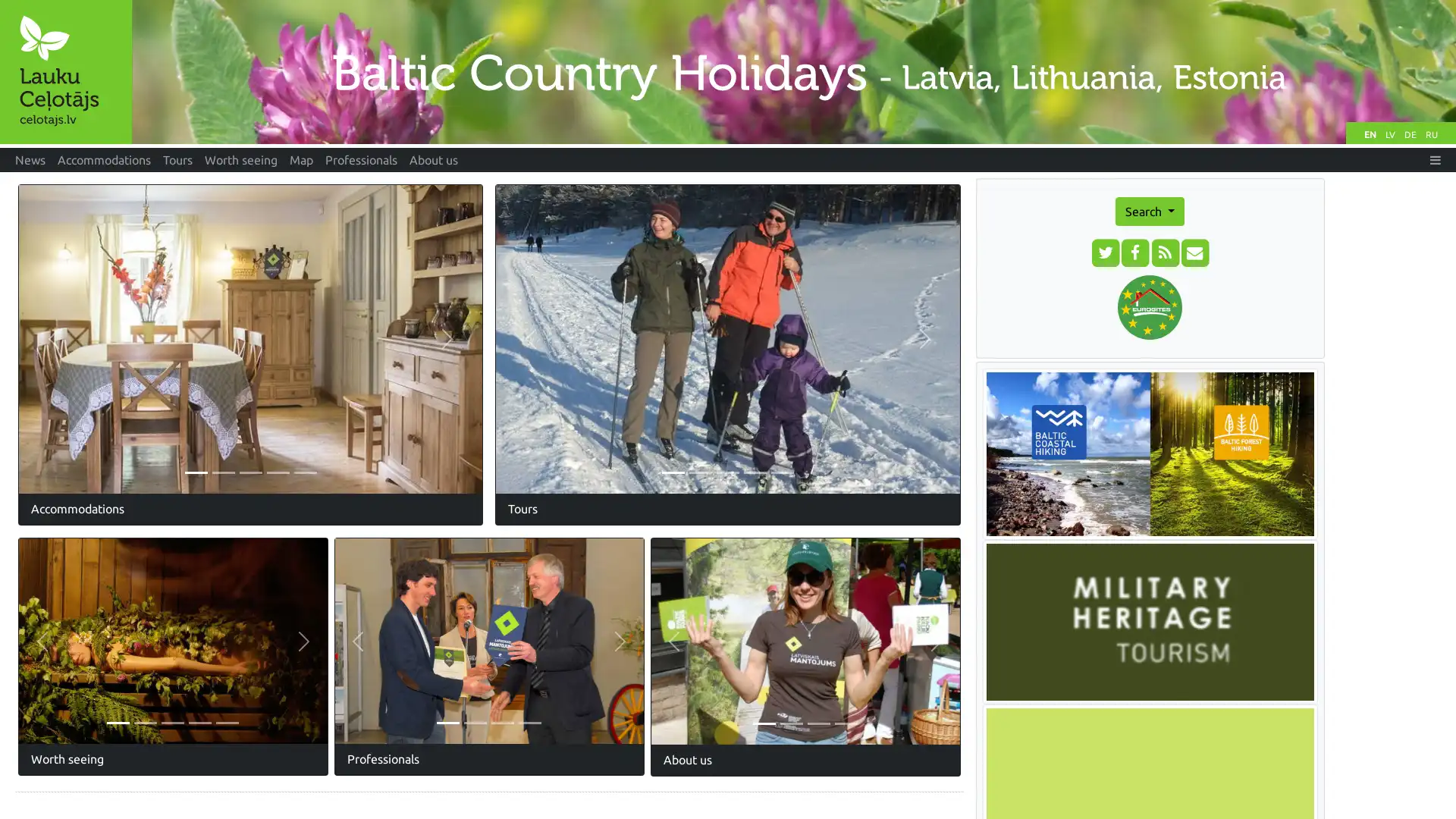 The height and width of the screenshot is (819, 1456). Describe the element at coordinates (53, 338) in the screenshot. I see `Previous` at that location.